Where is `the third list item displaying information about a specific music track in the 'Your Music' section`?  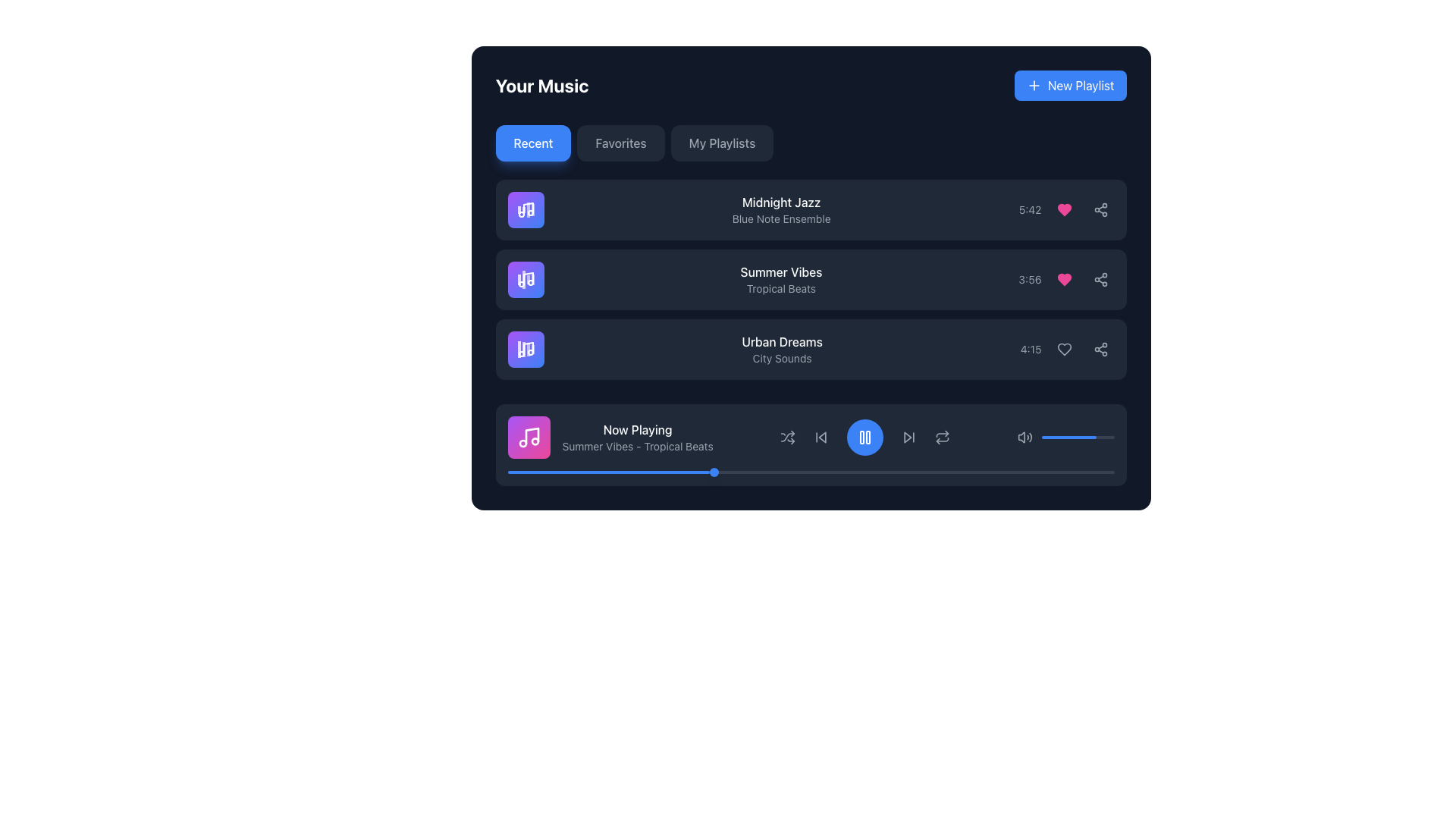
the third list item displaying information about a specific music track in the 'Your Music' section is located at coordinates (810, 350).